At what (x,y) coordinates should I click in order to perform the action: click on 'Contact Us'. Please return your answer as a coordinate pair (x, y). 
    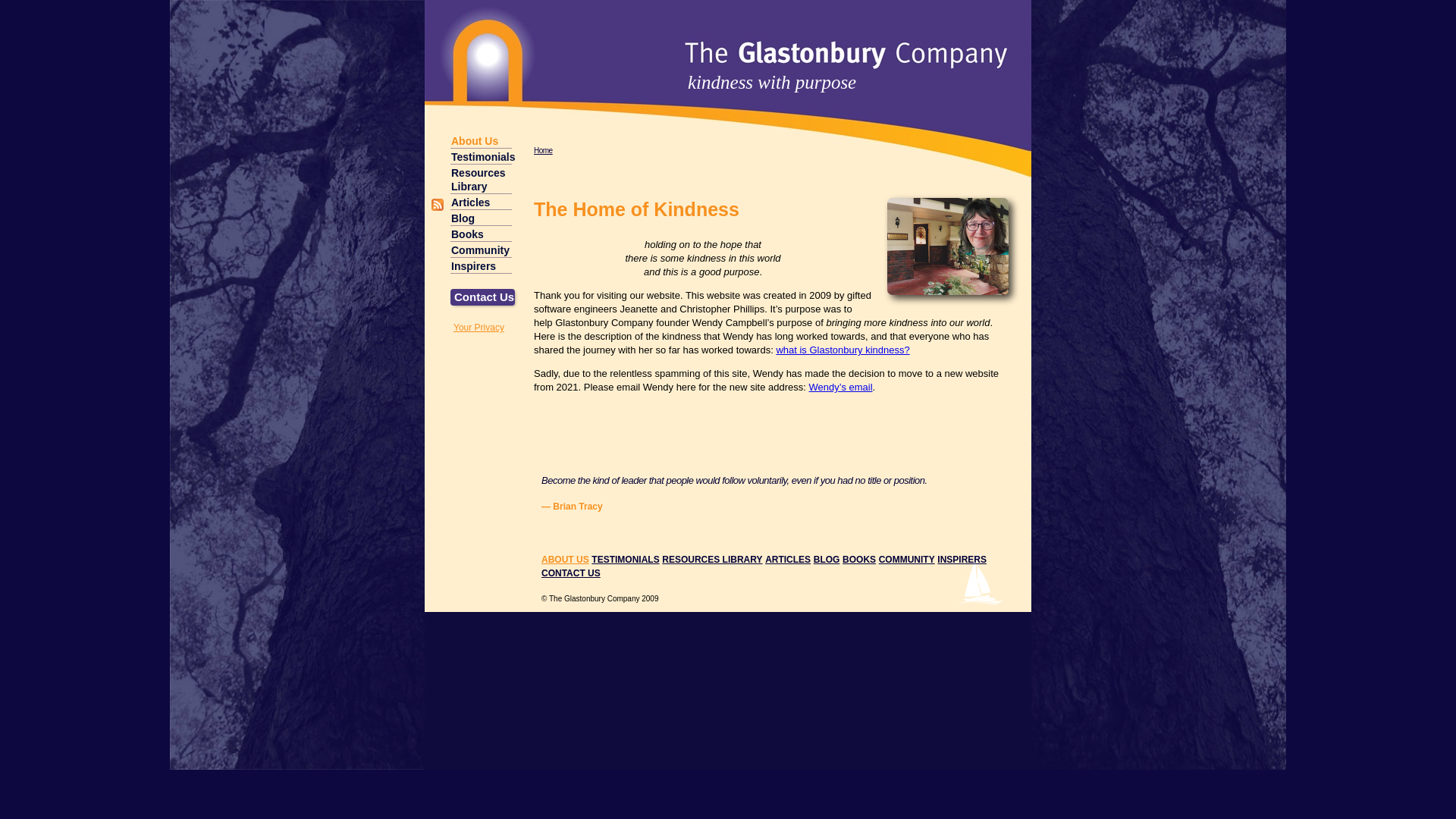
    Looking at the image, I should click on (482, 297).